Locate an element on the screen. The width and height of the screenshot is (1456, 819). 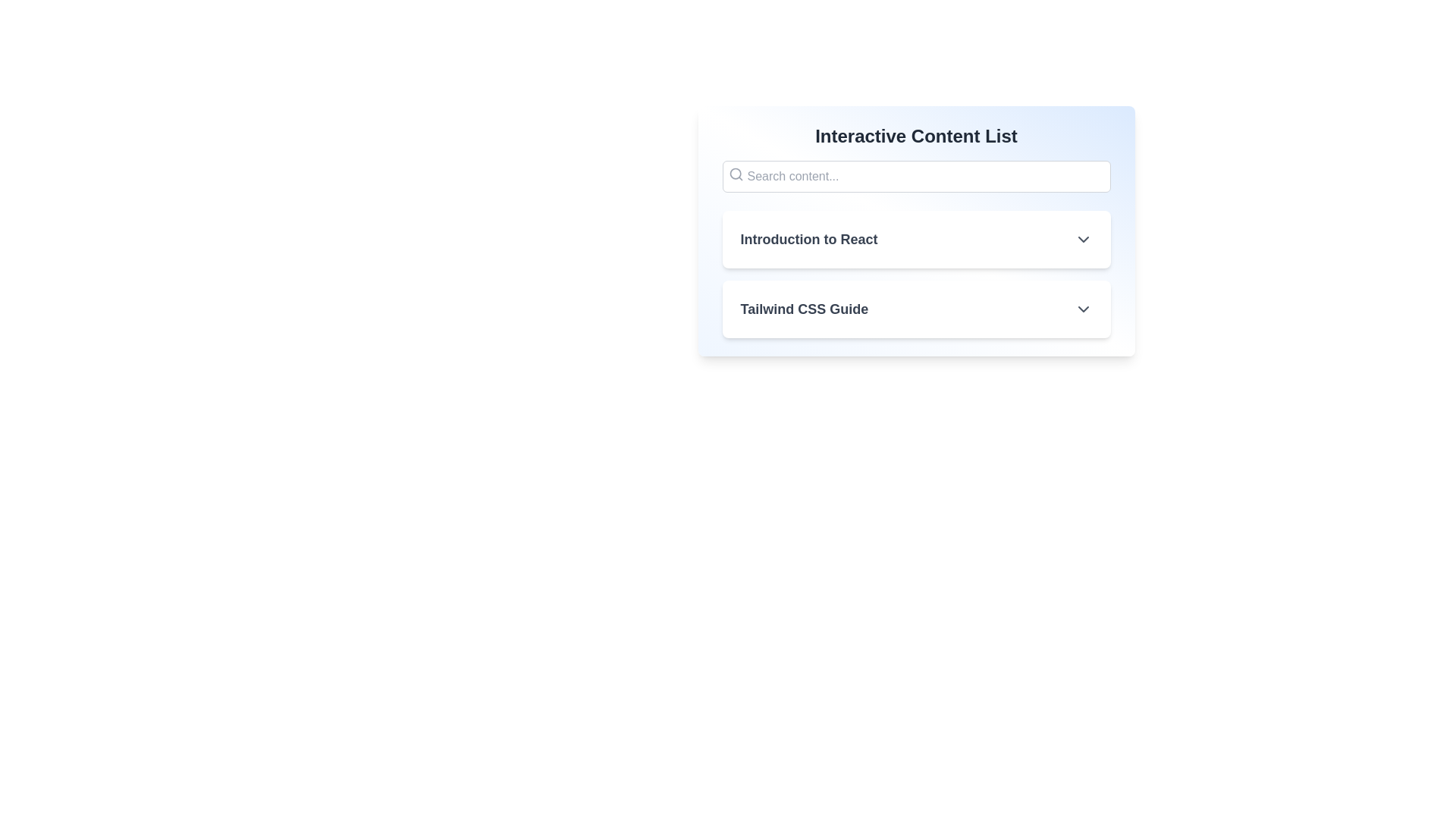
the icon accompanying the list item titled 'Tailwind CSS Guide' to toggle its expanded state is located at coordinates (1082, 309).